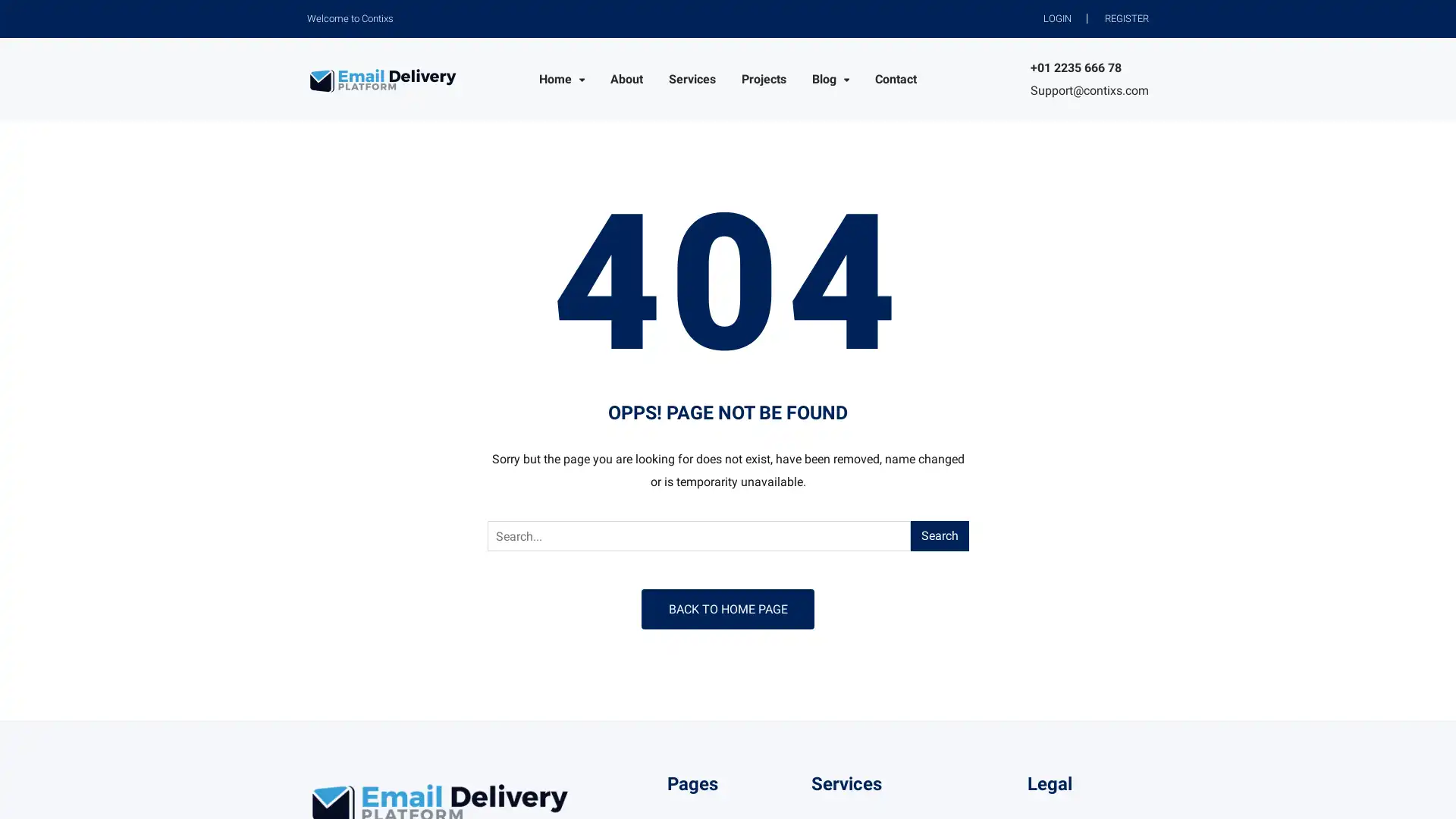 The image size is (1456, 819). Describe the element at coordinates (938, 535) in the screenshot. I see `Search` at that location.